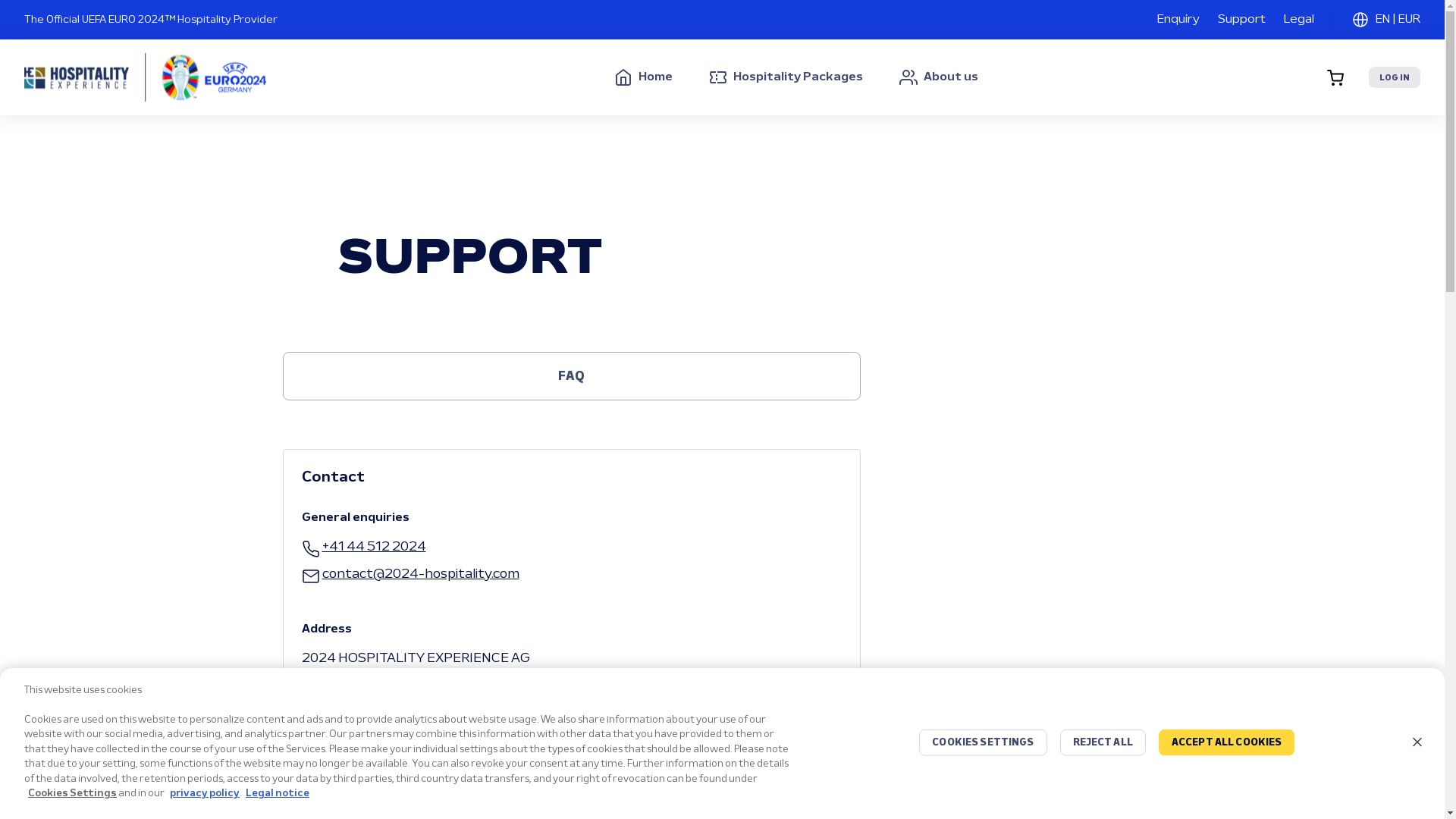 The width and height of the screenshot is (1456, 819). What do you see at coordinates (364, 547) in the screenshot?
I see `'+41 44 512 2024'` at bounding box center [364, 547].